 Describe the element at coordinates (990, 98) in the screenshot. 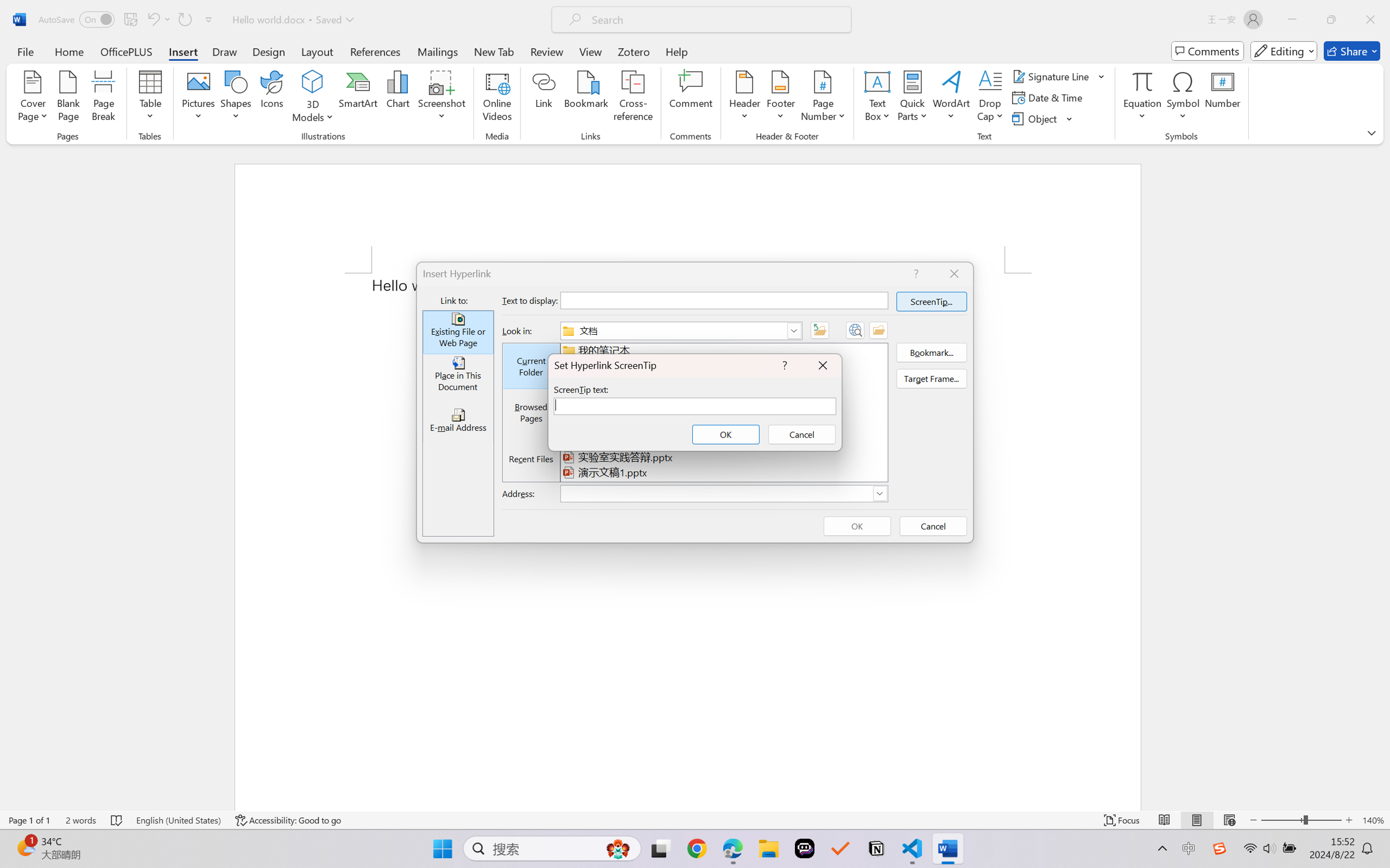

I see `'Drop Cap'` at that location.